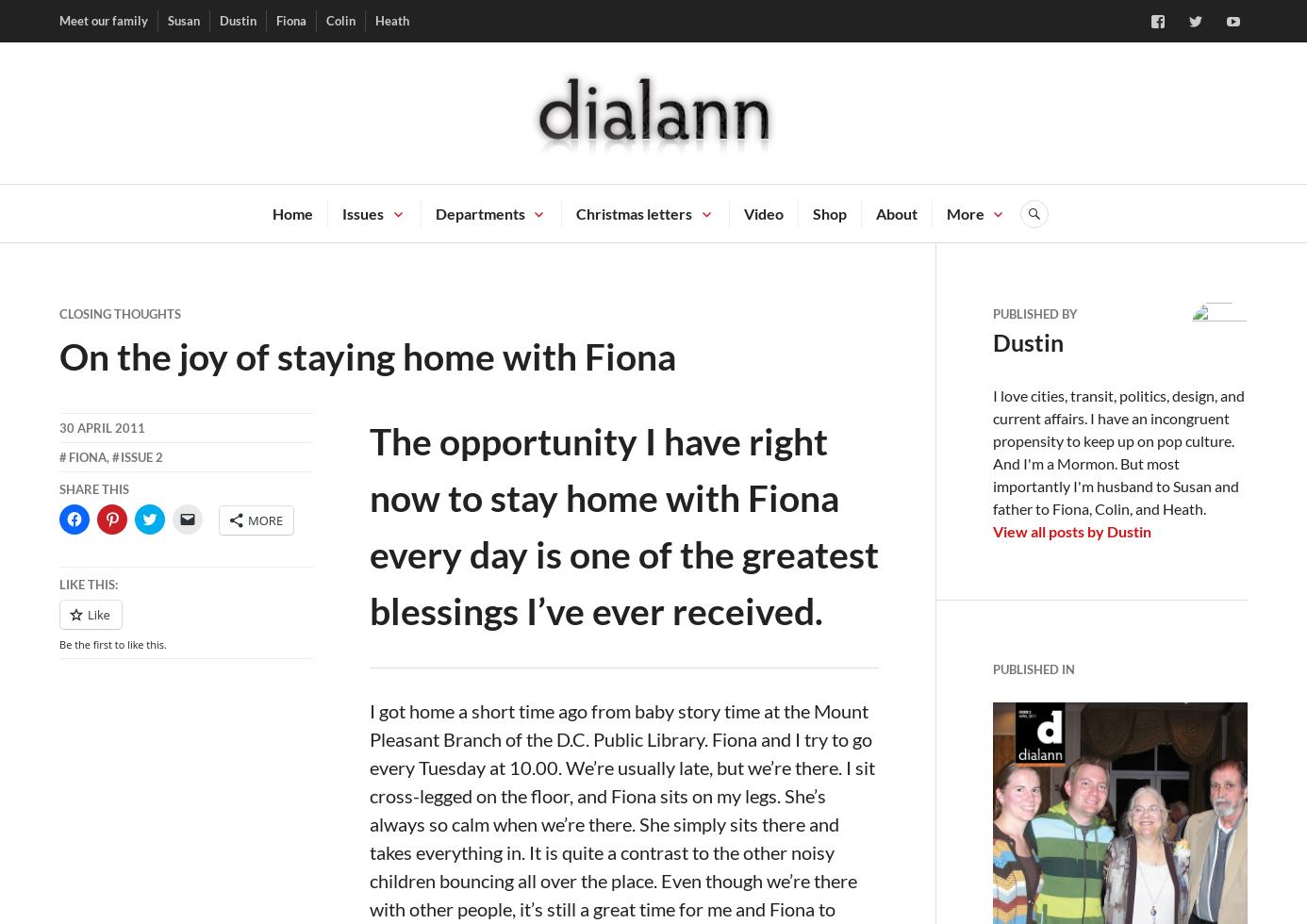 The image size is (1307, 924). What do you see at coordinates (479, 212) in the screenshot?
I see `'Departments'` at bounding box center [479, 212].